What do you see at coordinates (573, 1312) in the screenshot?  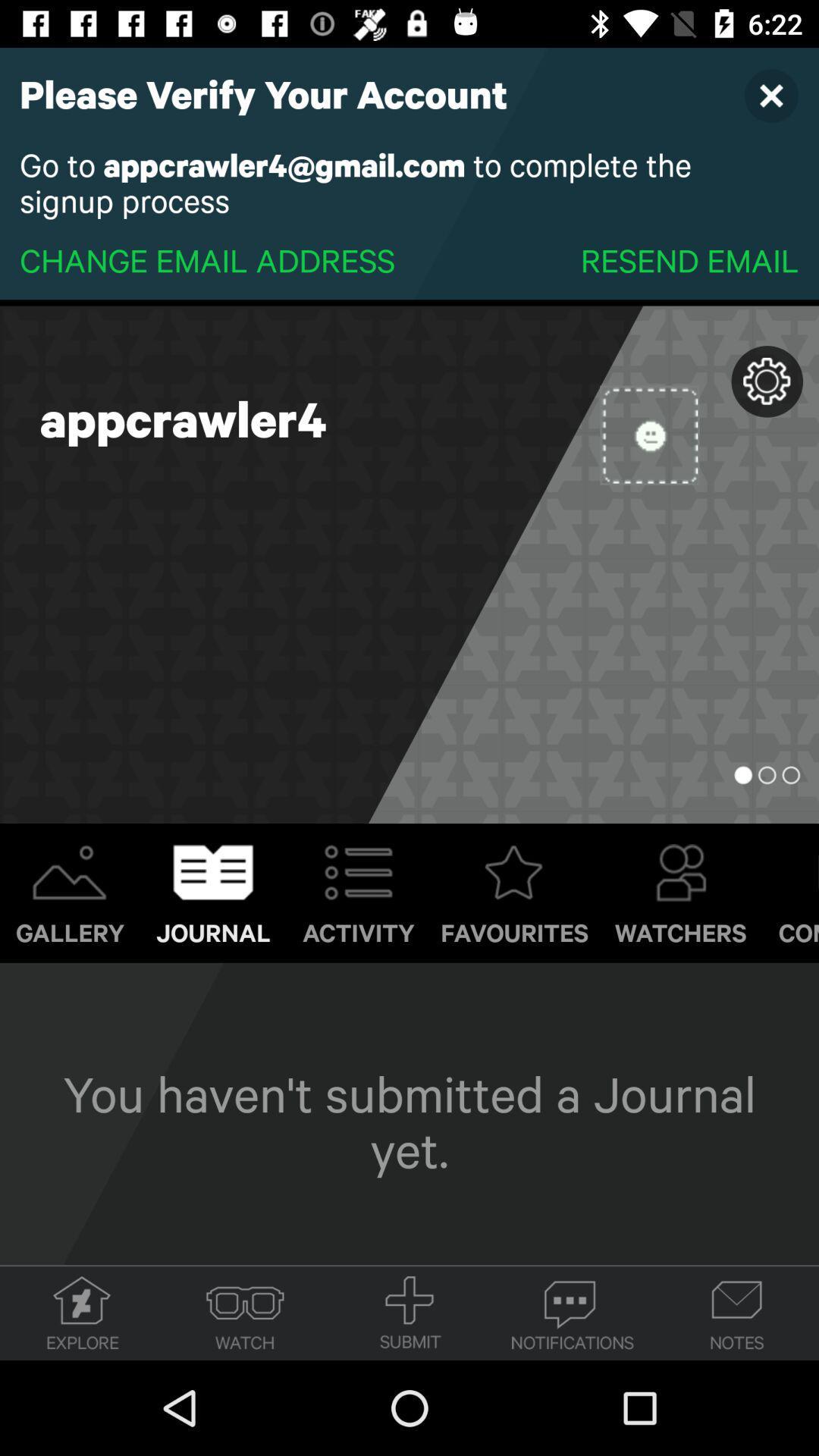 I see `the chat icon` at bounding box center [573, 1312].